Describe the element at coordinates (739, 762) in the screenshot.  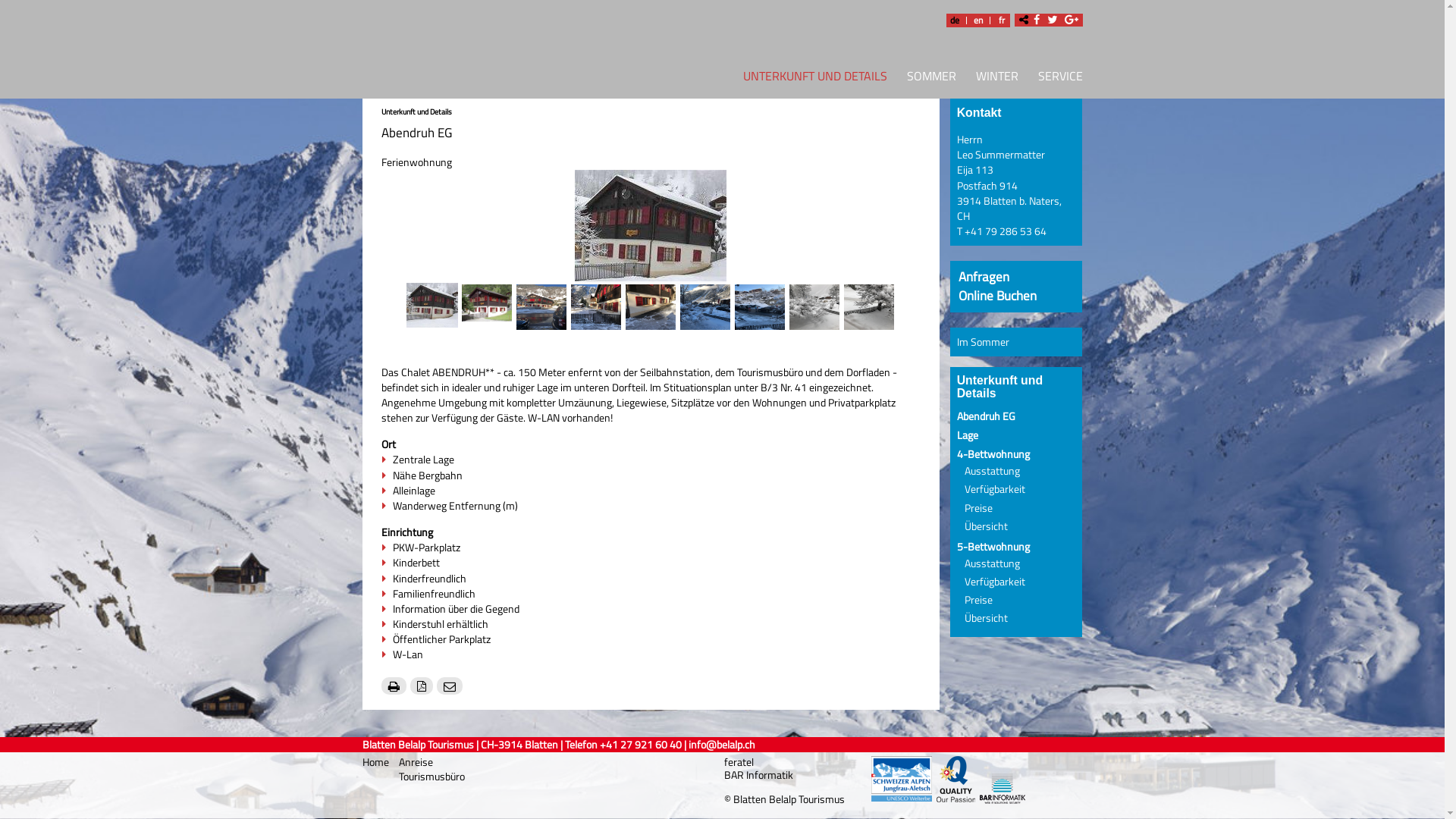
I see `'feratel'` at that location.